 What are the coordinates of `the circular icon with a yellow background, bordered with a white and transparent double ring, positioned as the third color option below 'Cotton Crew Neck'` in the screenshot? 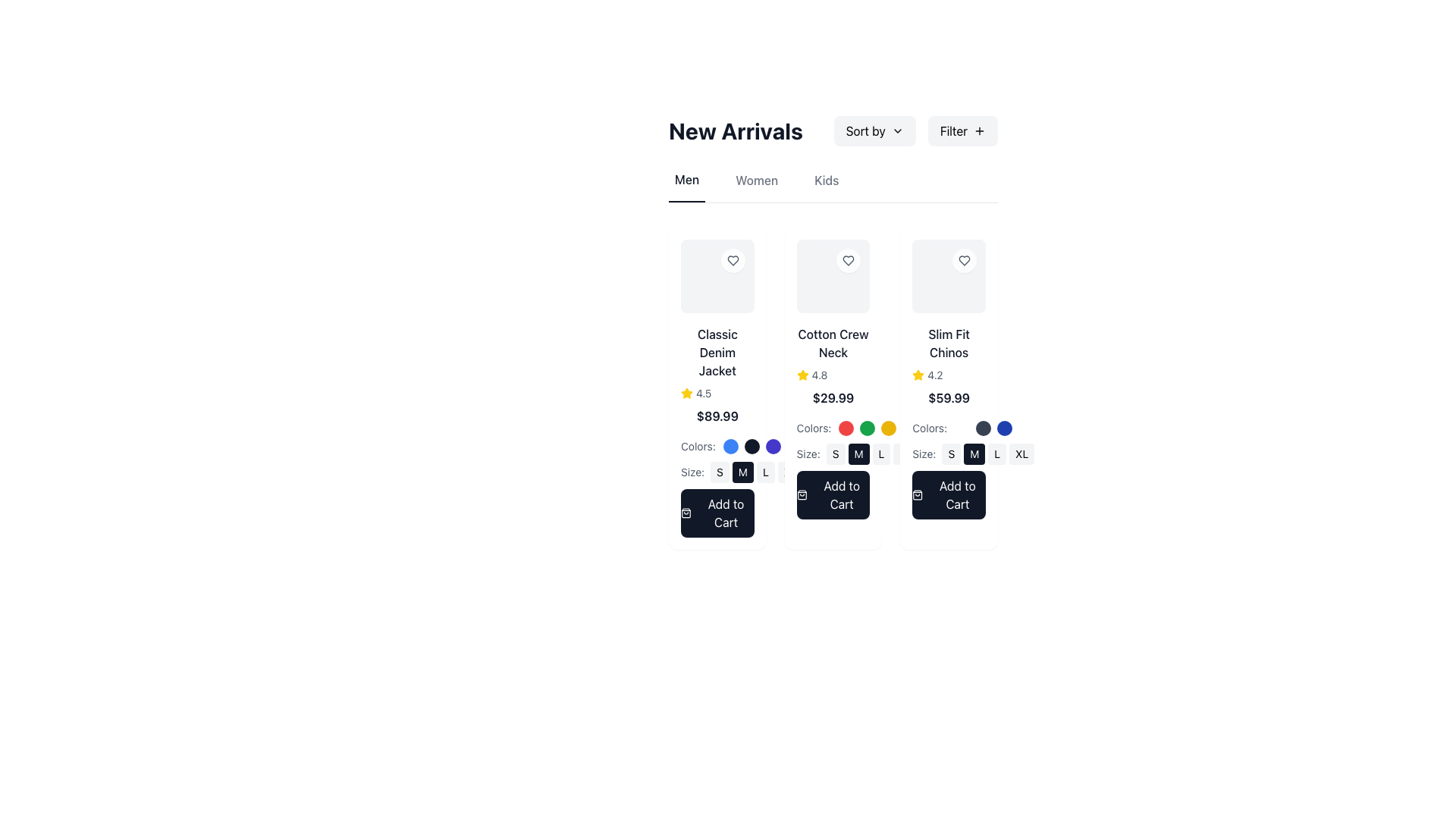 It's located at (889, 428).